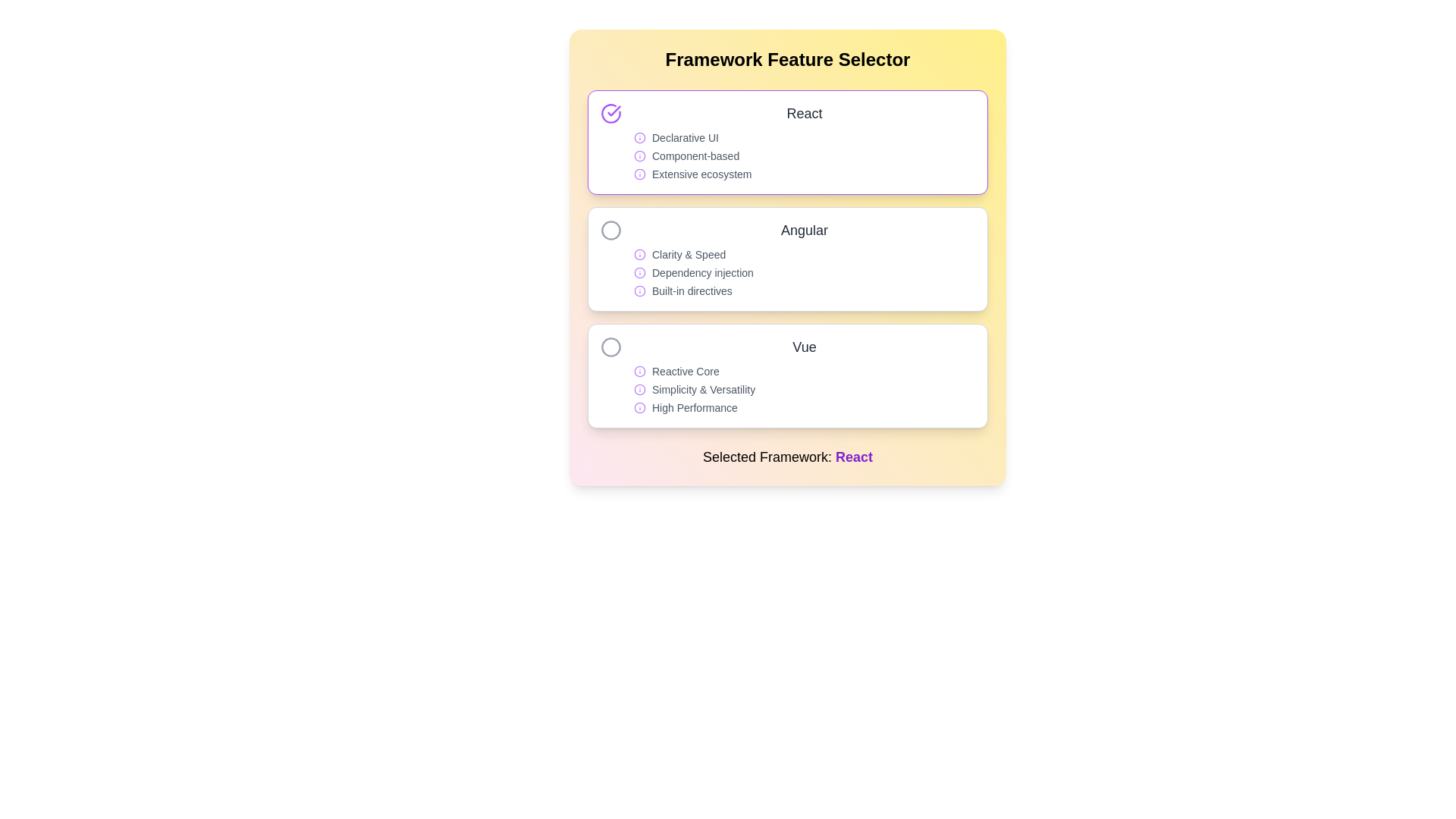 The height and width of the screenshot is (819, 1456). Describe the element at coordinates (640, 253) in the screenshot. I see `the small circular purple icon with an 'i' inside, located before the text 'Clarity & Speed' in the 'Angular' section` at that location.